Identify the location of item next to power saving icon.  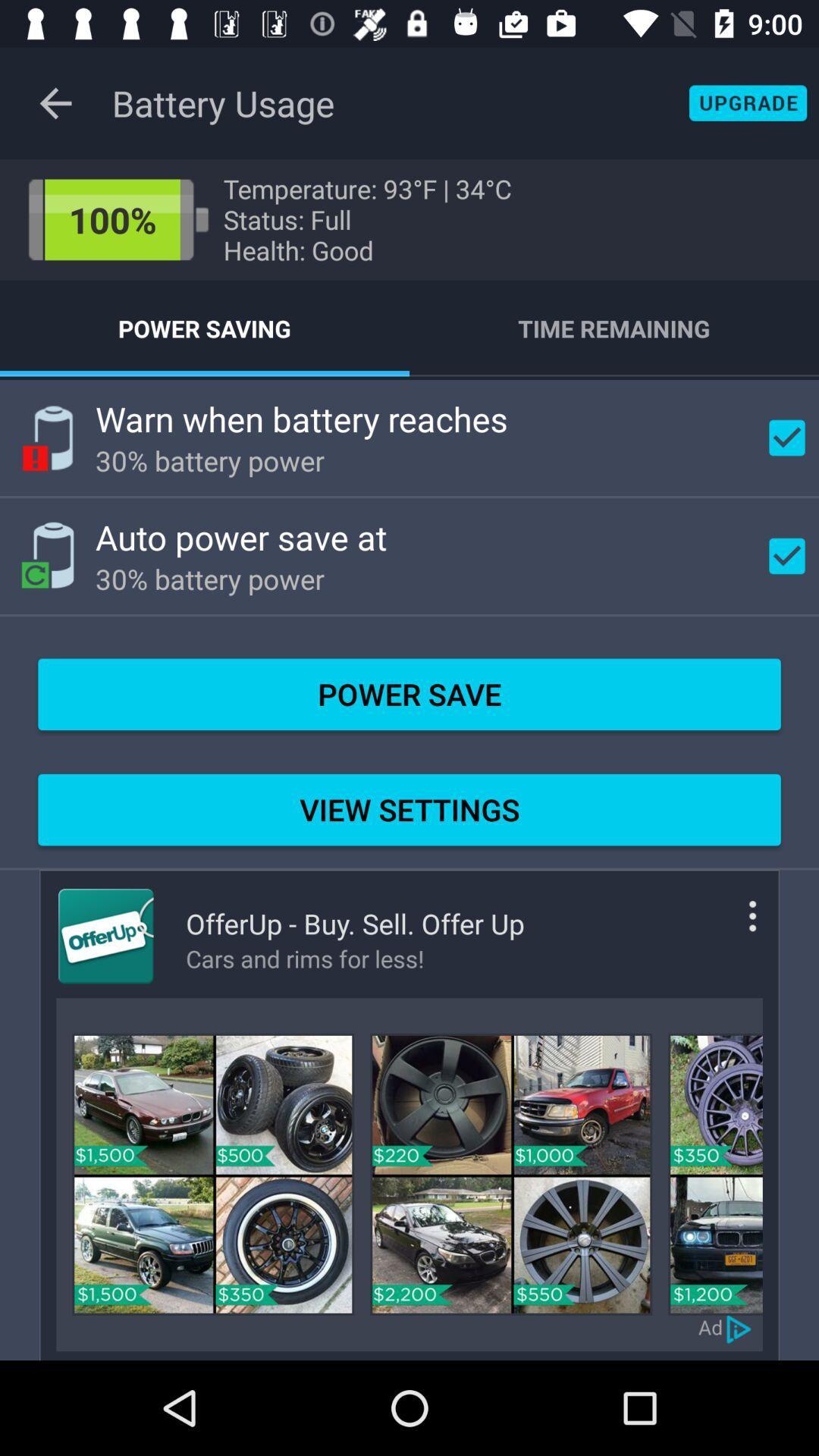
(614, 328).